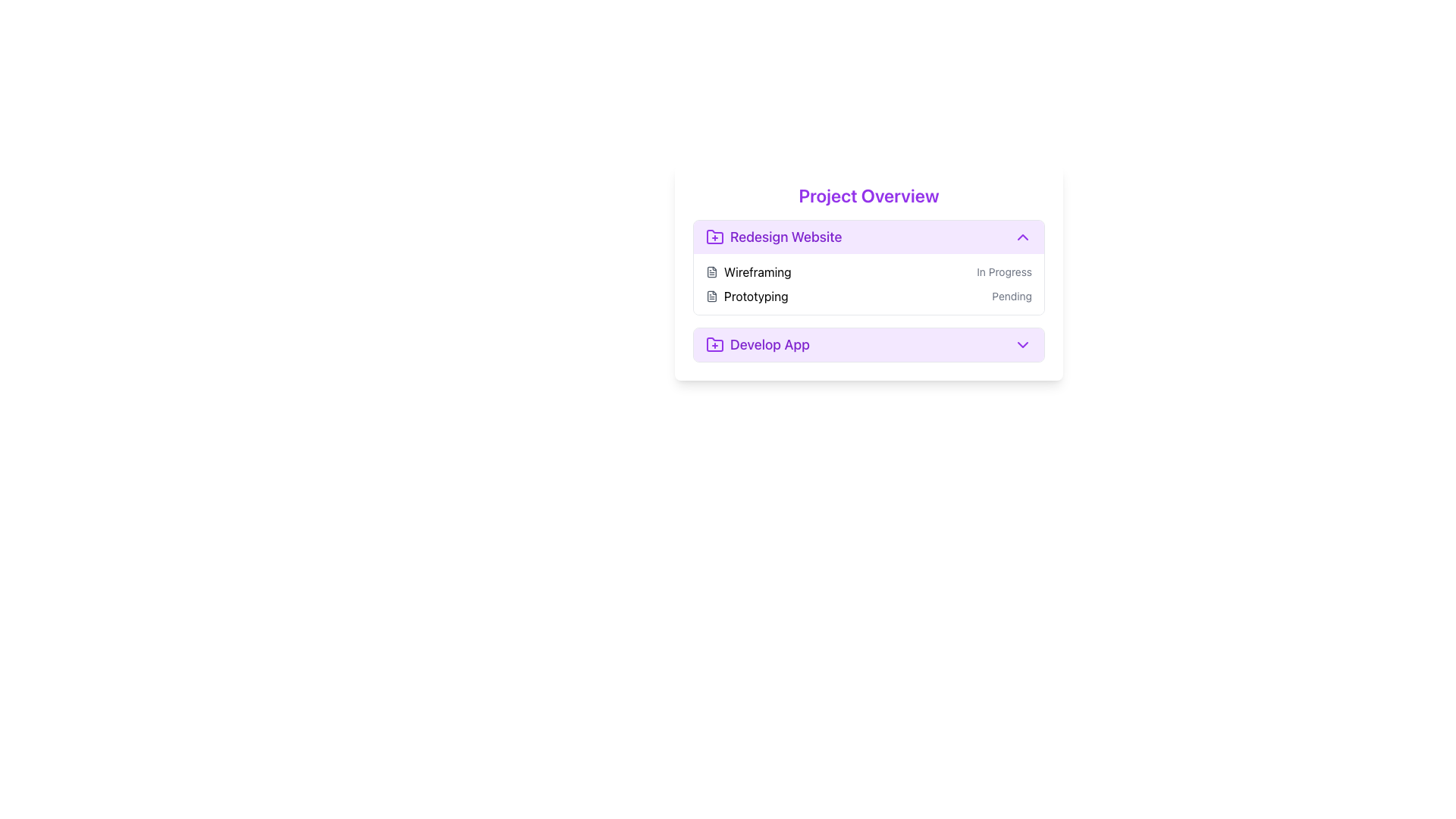  Describe the element at coordinates (770, 345) in the screenshot. I see `the text label element displaying 'Develop App', which is styled with a medium, bold purple font and located within the 'Project Overview' card` at that location.